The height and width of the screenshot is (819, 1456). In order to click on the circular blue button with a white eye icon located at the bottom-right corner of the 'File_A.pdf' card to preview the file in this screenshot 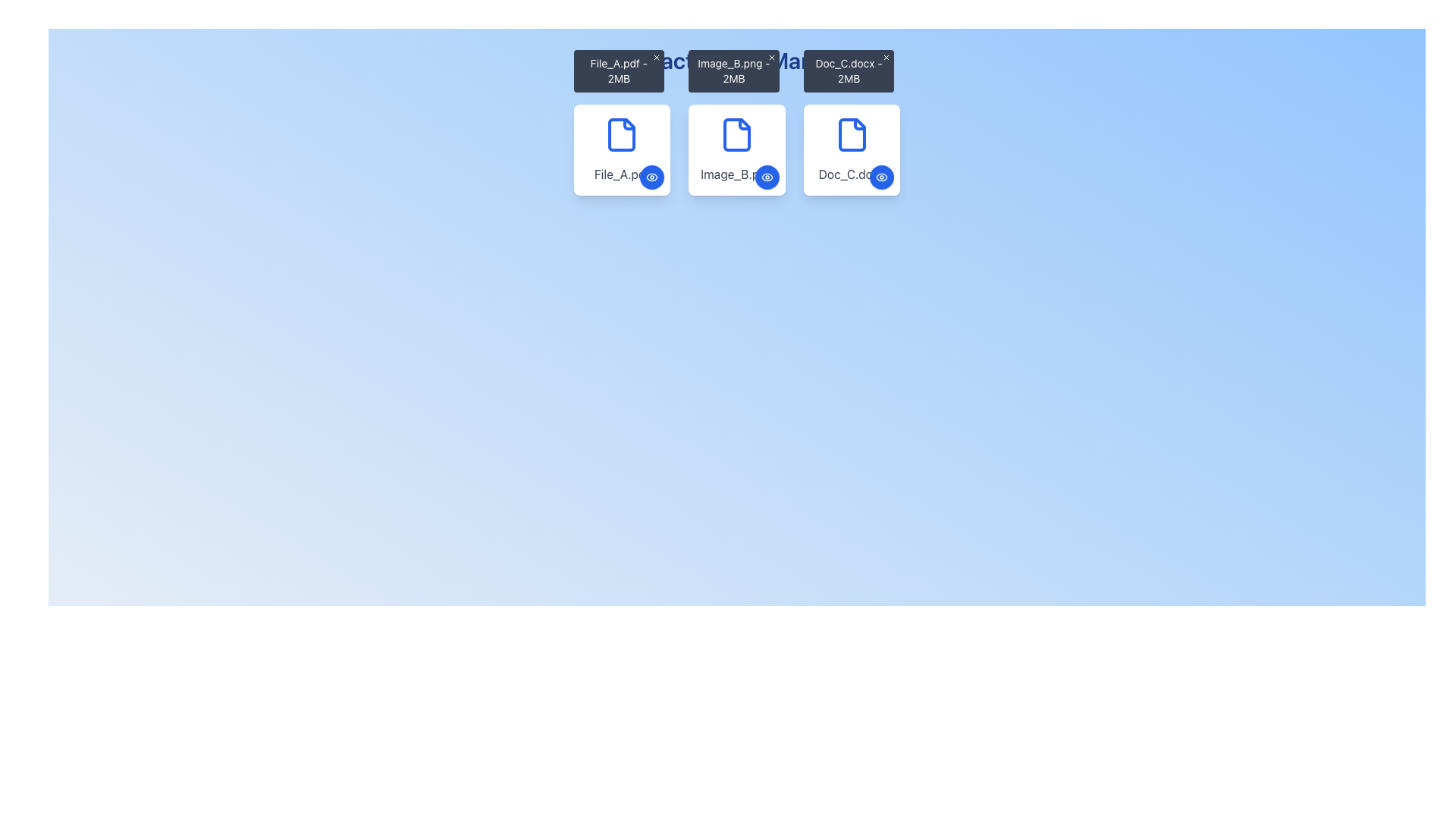, I will do `click(652, 177)`.